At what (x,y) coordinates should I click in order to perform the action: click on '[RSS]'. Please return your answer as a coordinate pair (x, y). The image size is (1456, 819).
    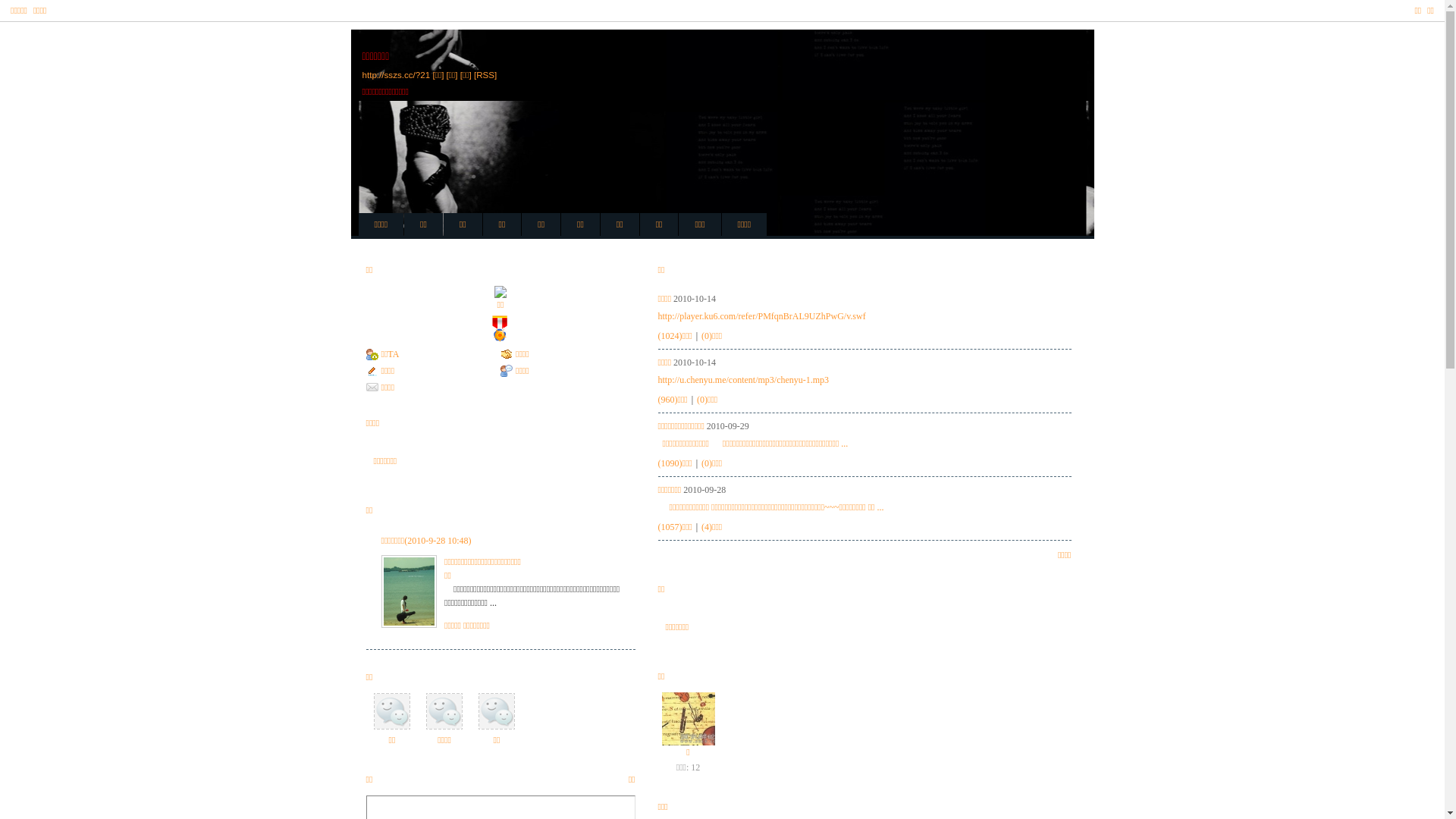
    Looking at the image, I should click on (484, 74).